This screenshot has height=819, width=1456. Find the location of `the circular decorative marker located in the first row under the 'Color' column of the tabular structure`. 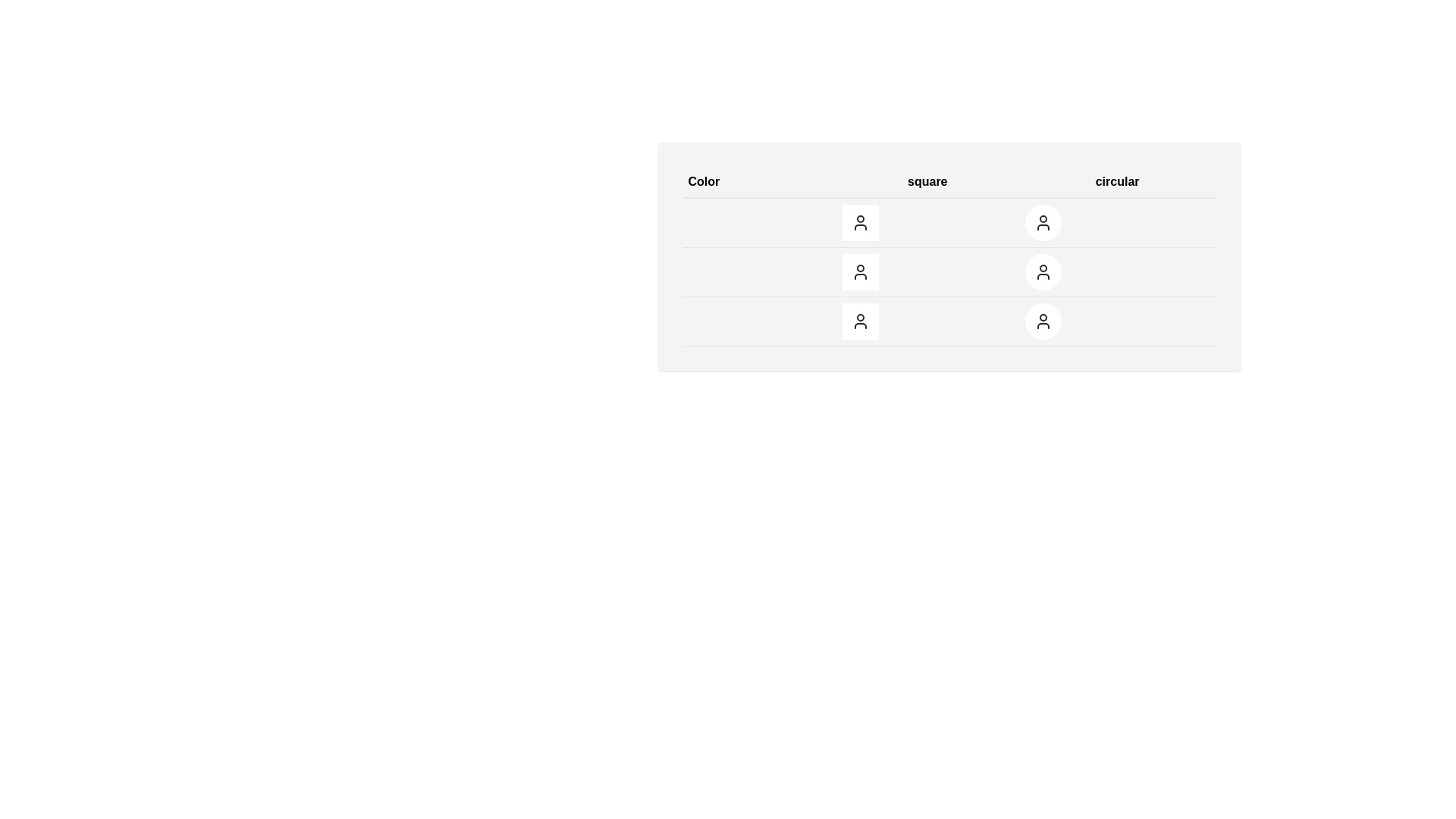

the circular decorative marker located in the first row under the 'Color' column of the tabular structure is located at coordinates (699, 222).